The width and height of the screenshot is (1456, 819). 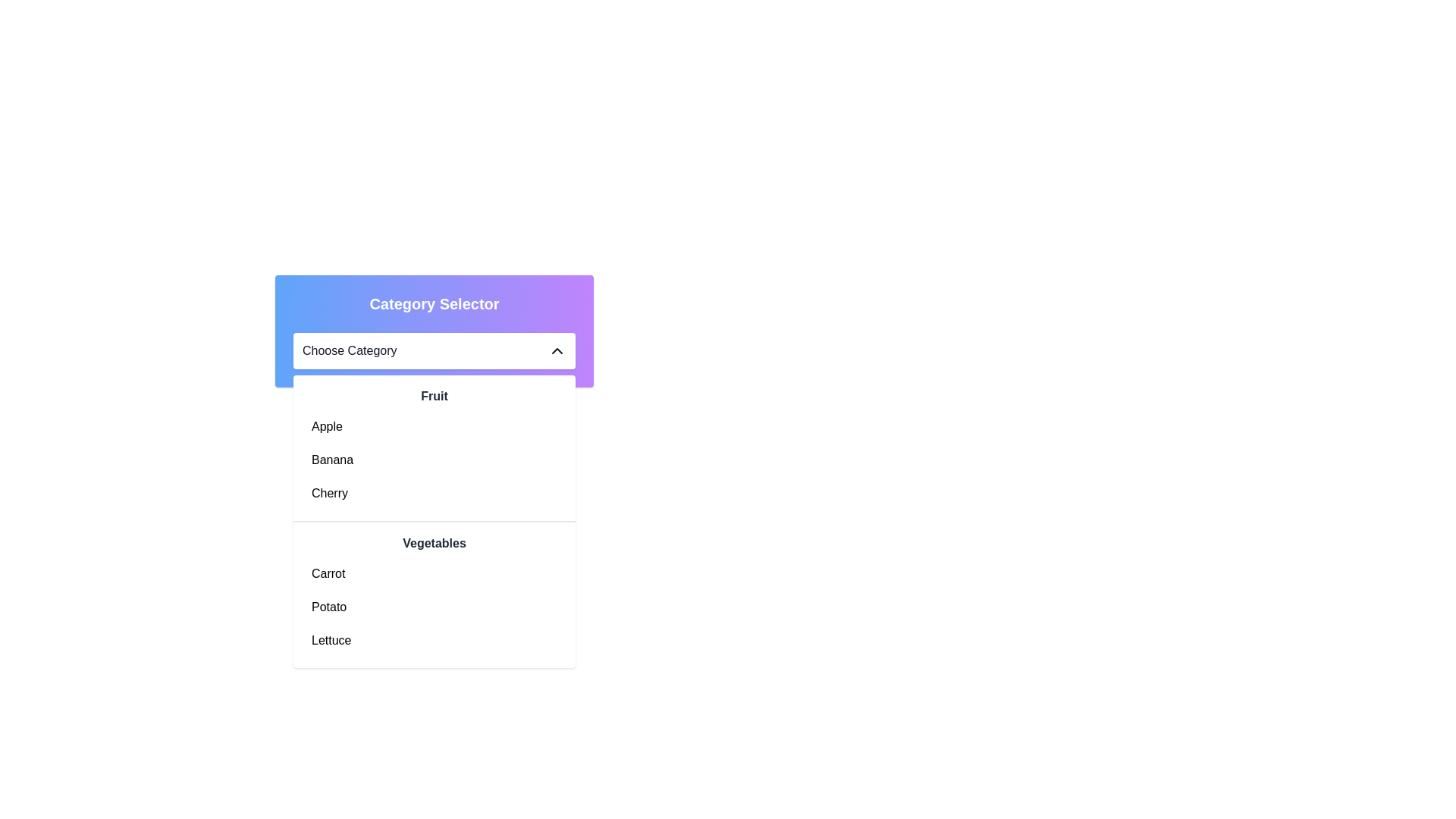 I want to click on the 'Potato' option in the dropdown menu under the 'Vegetables' section, so click(x=328, y=607).